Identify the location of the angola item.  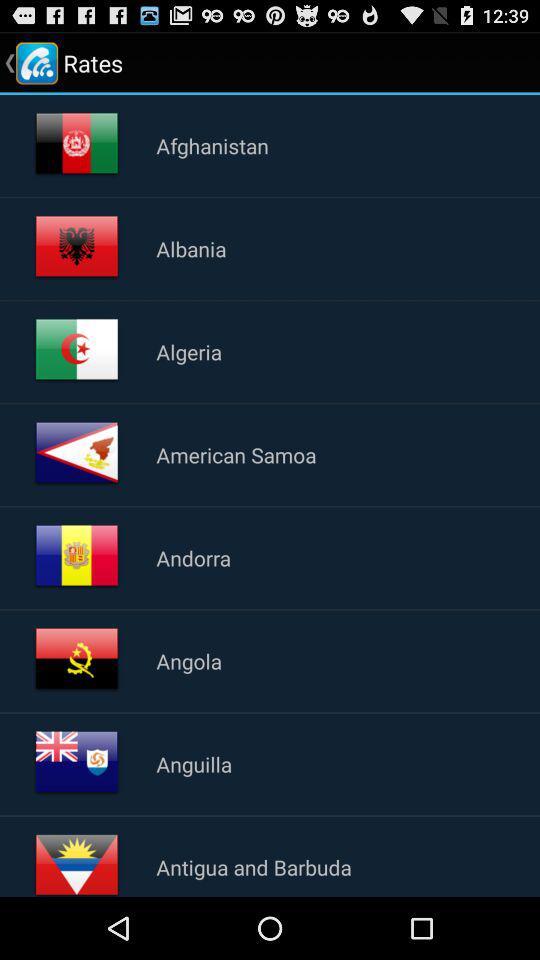
(189, 661).